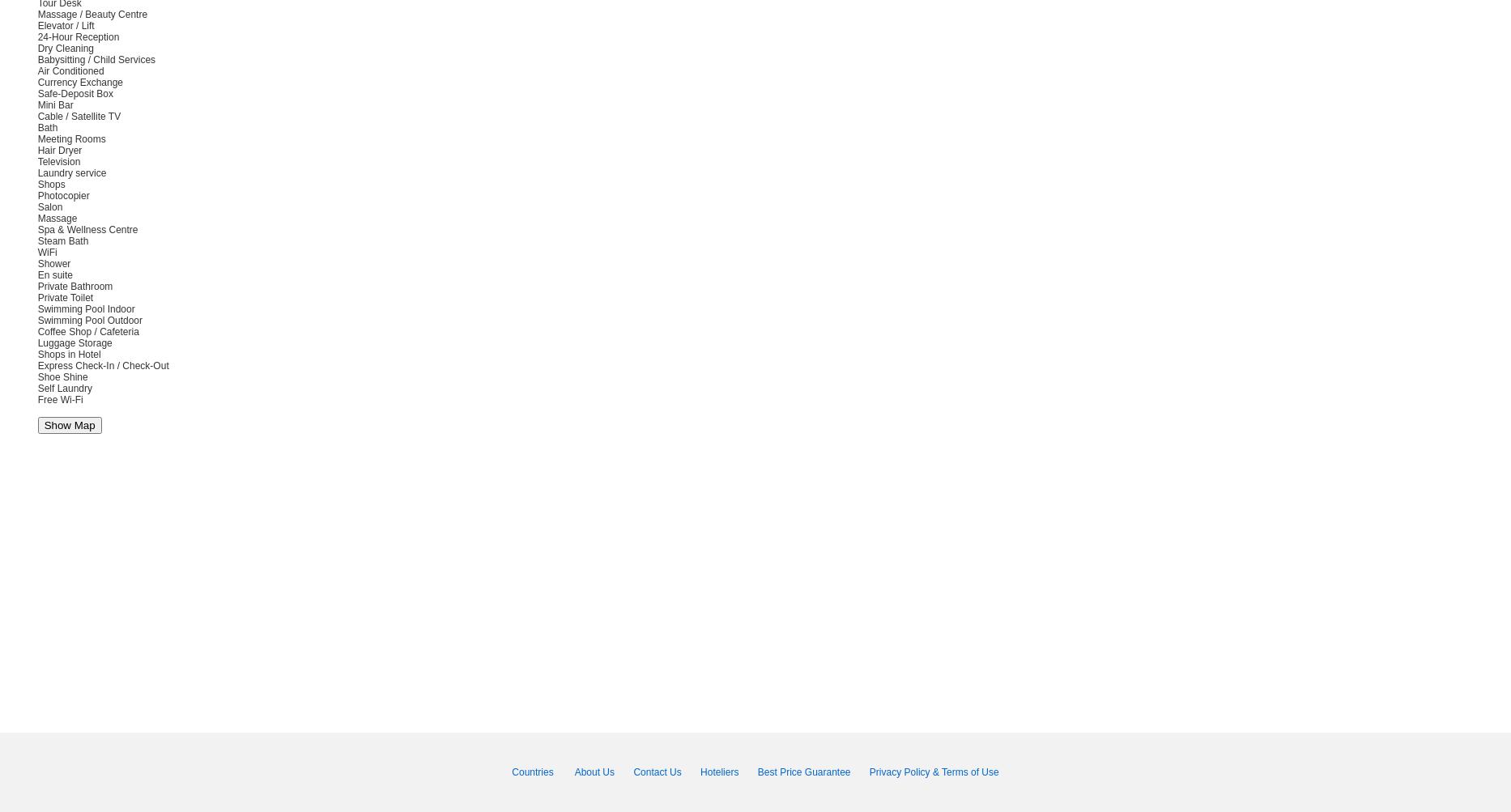 The image size is (1511, 812). I want to click on 'Television', so click(58, 160).